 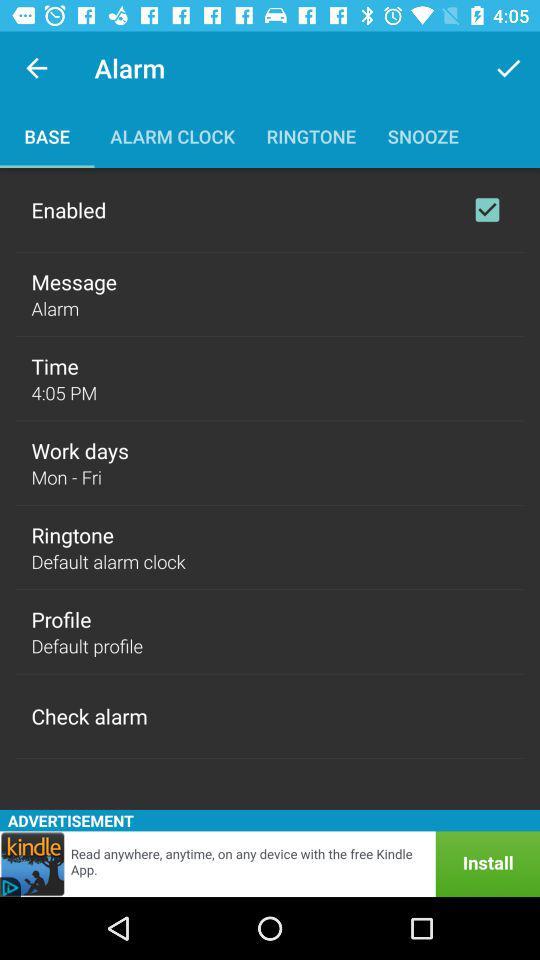 I want to click on icon above the base, so click(x=36, y=68).